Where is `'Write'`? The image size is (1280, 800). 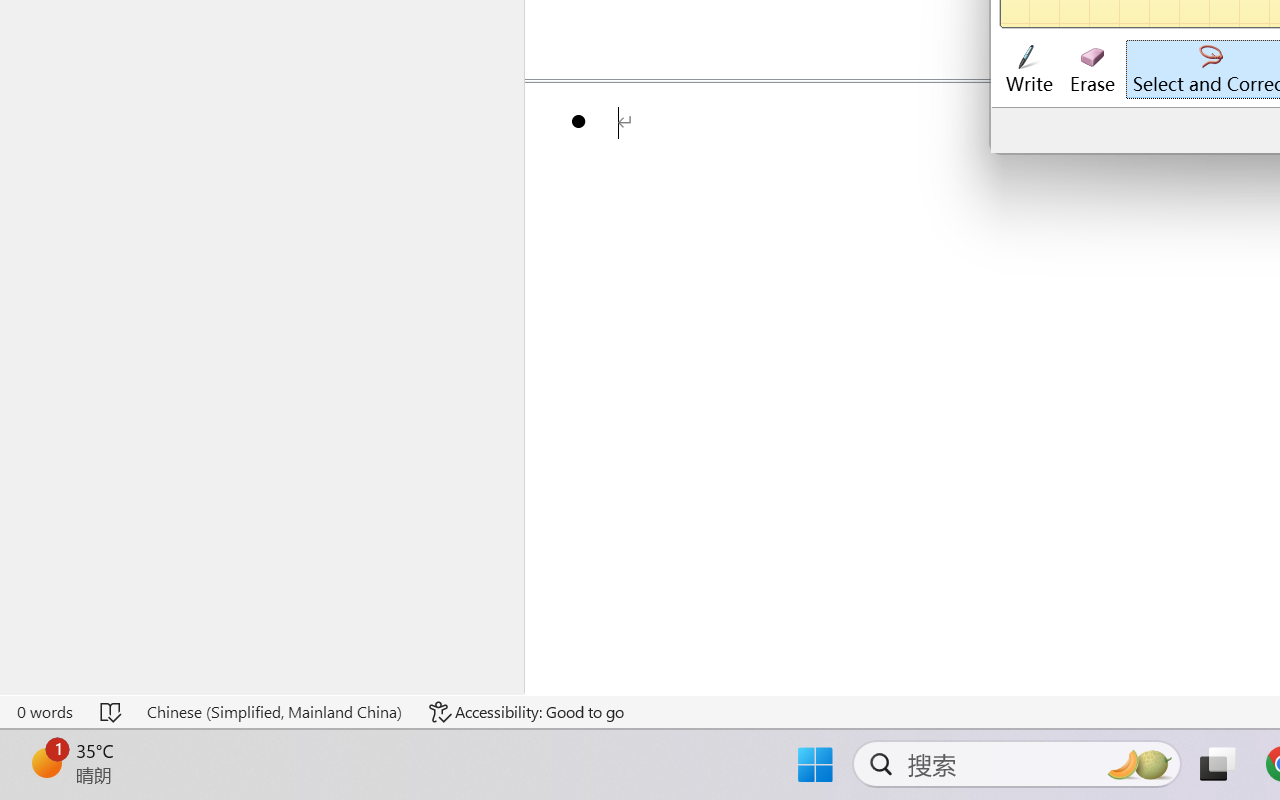 'Write' is located at coordinates (1029, 69).